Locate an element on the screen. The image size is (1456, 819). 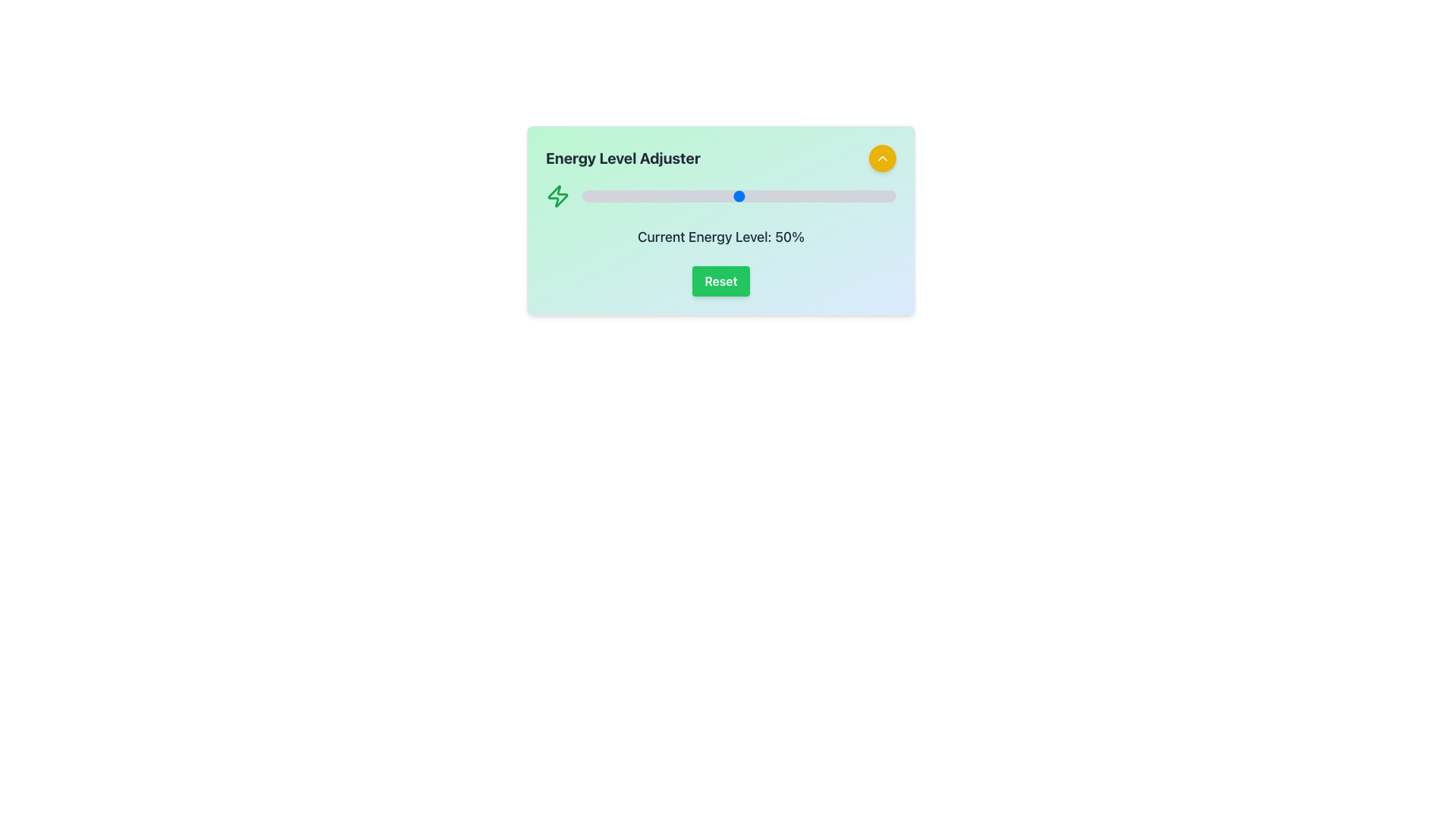
the interactive button for energy level adjustment located at the top of the card interface is located at coordinates (720, 158).